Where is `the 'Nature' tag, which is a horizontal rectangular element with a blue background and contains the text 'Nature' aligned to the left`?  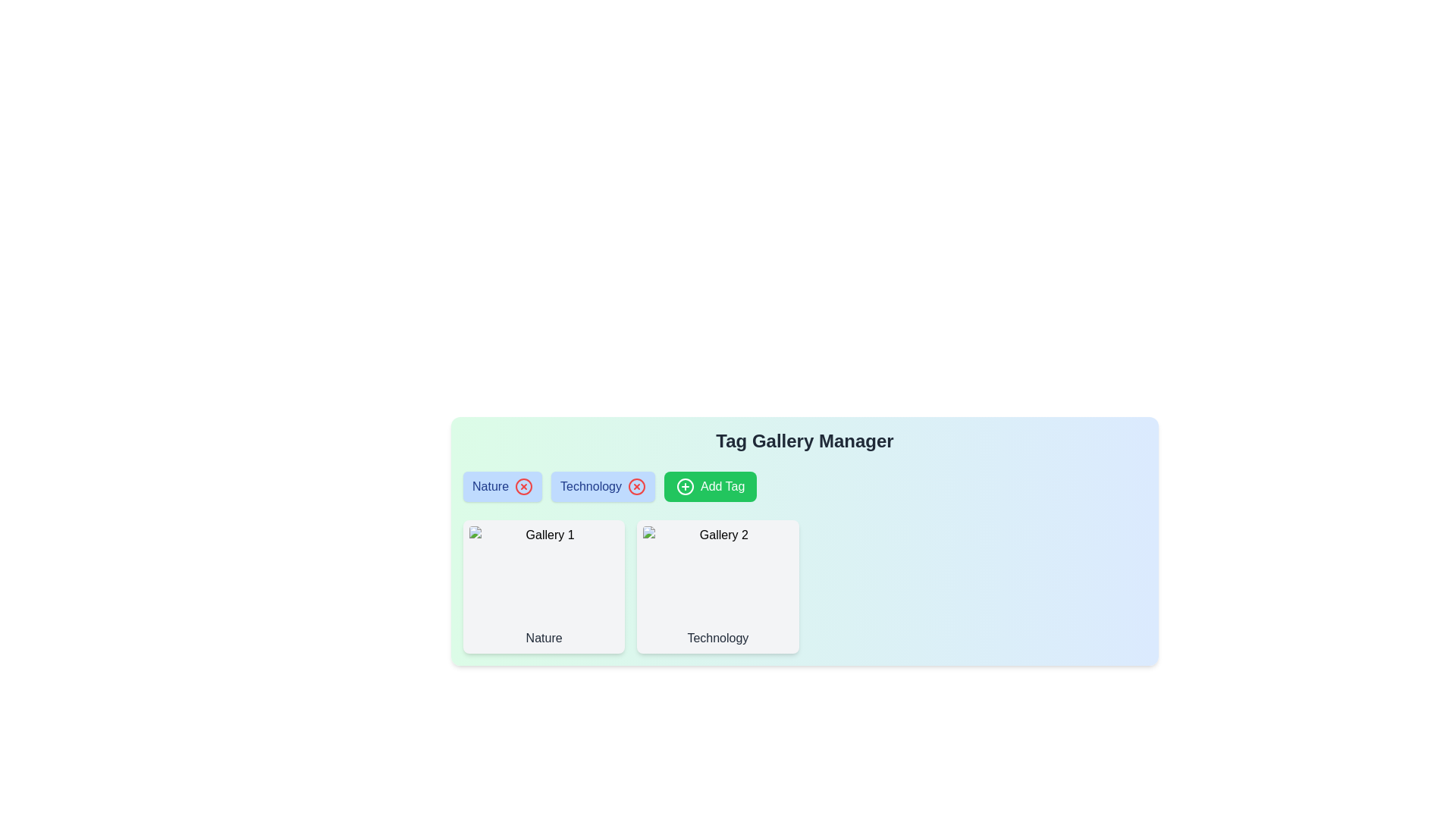 the 'Nature' tag, which is a horizontal rectangular element with a blue background and contains the text 'Nature' aligned to the left is located at coordinates (502, 486).